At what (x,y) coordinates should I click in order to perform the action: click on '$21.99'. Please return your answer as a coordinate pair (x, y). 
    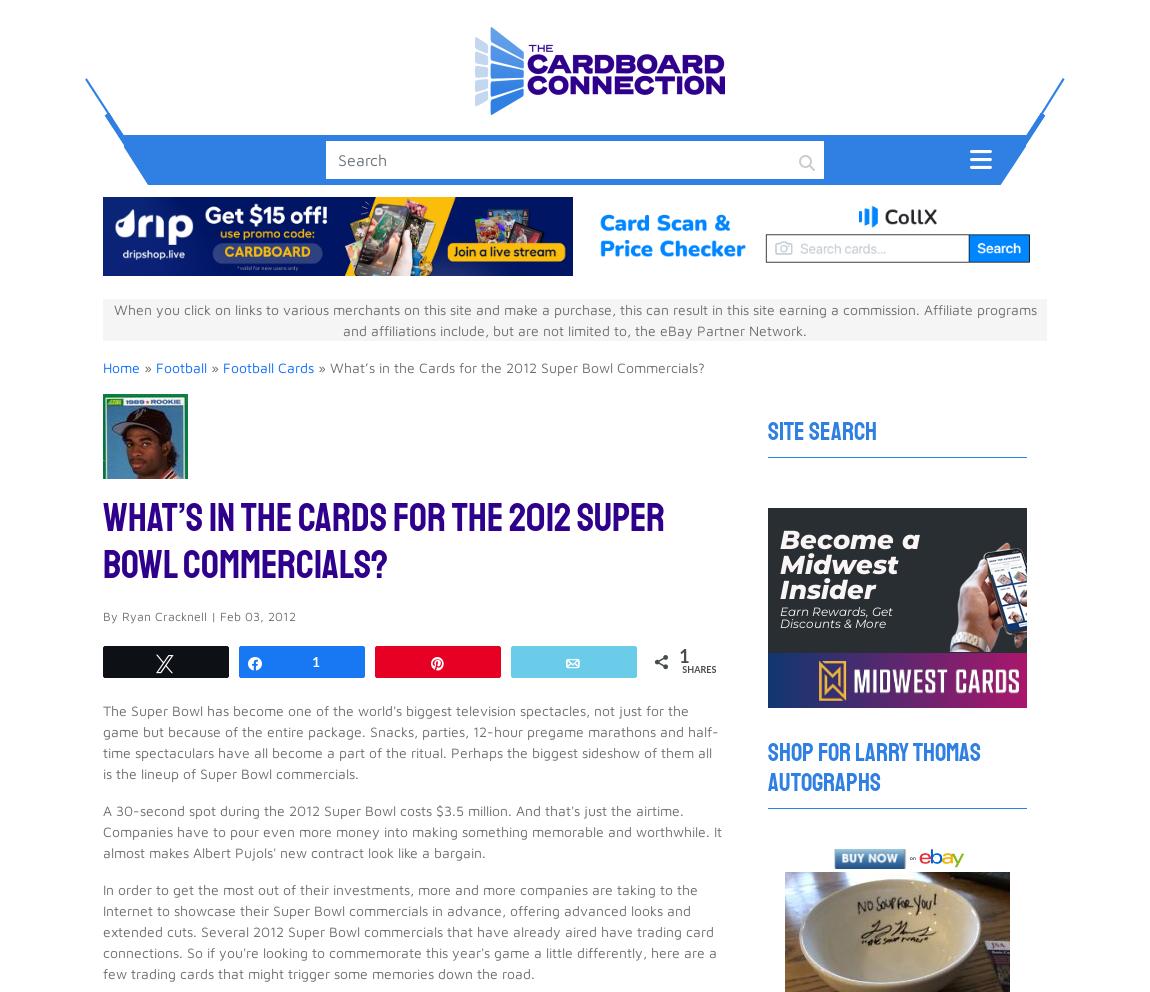
    Looking at the image, I should click on (641, 600).